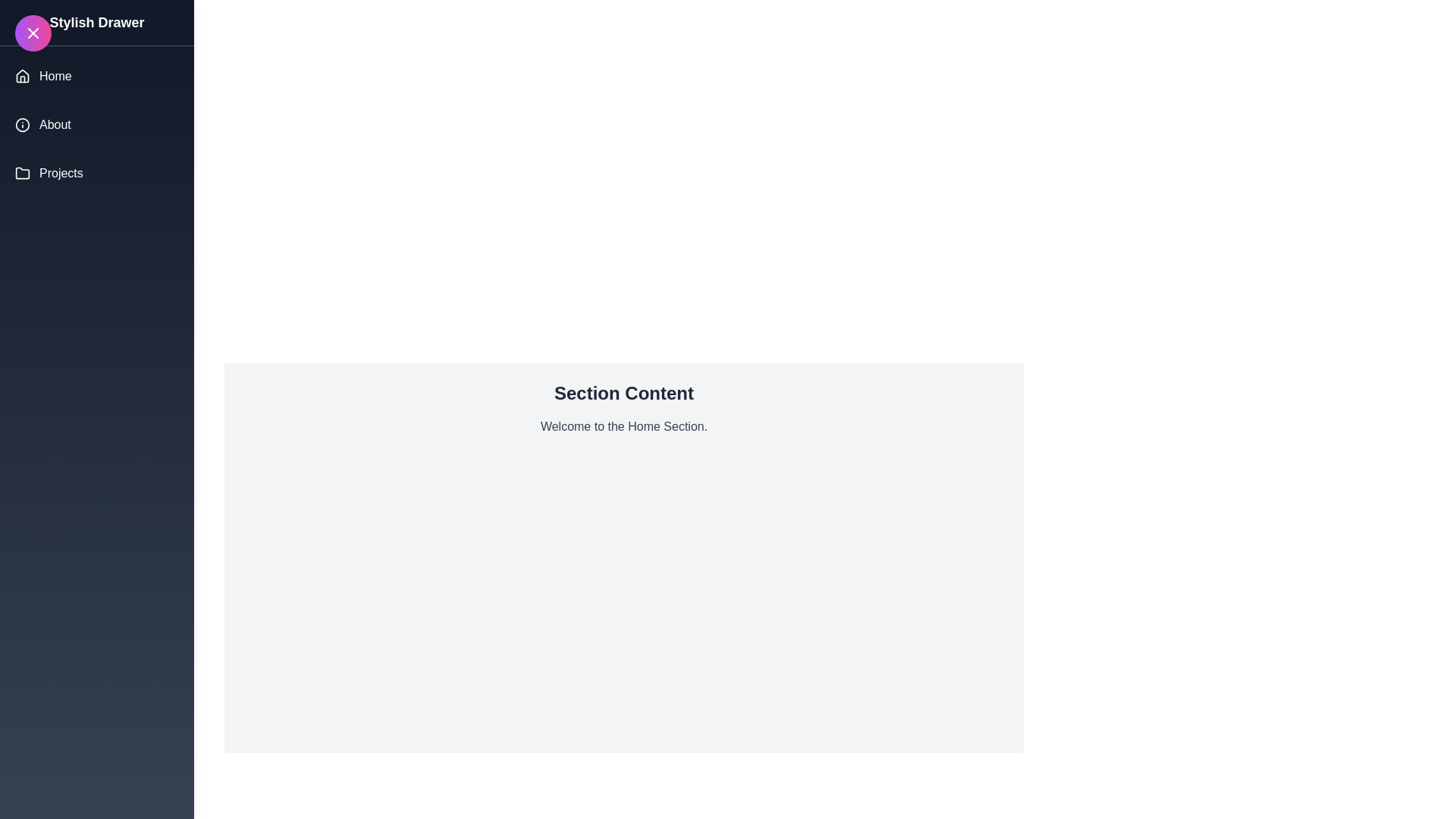 Image resolution: width=1456 pixels, height=819 pixels. Describe the element at coordinates (96, 76) in the screenshot. I see `the drawer menu section Home to display its content` at that location.